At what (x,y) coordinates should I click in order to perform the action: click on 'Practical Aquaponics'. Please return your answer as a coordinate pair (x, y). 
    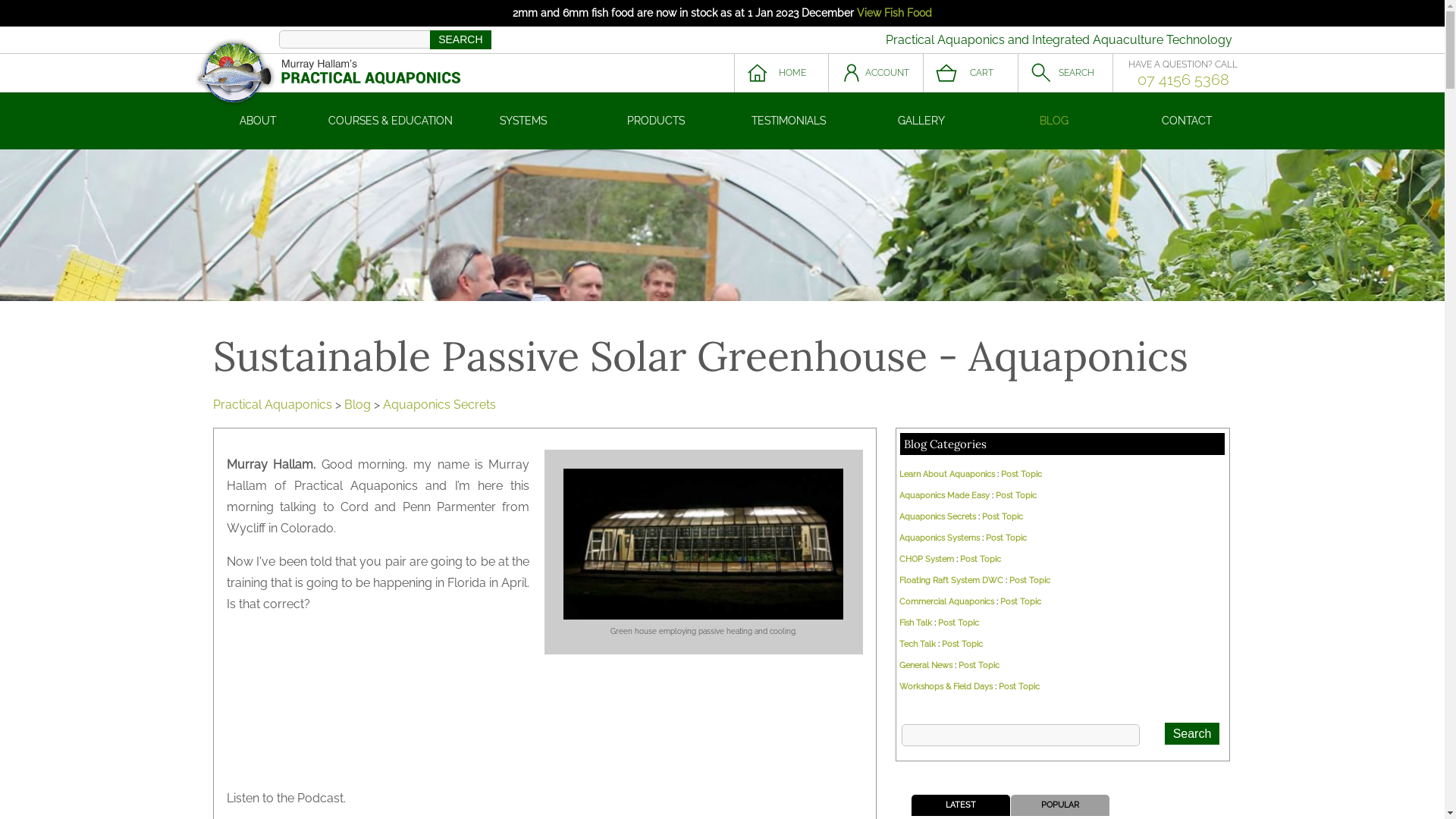
    Looking at the image, I should click on (211, 403).